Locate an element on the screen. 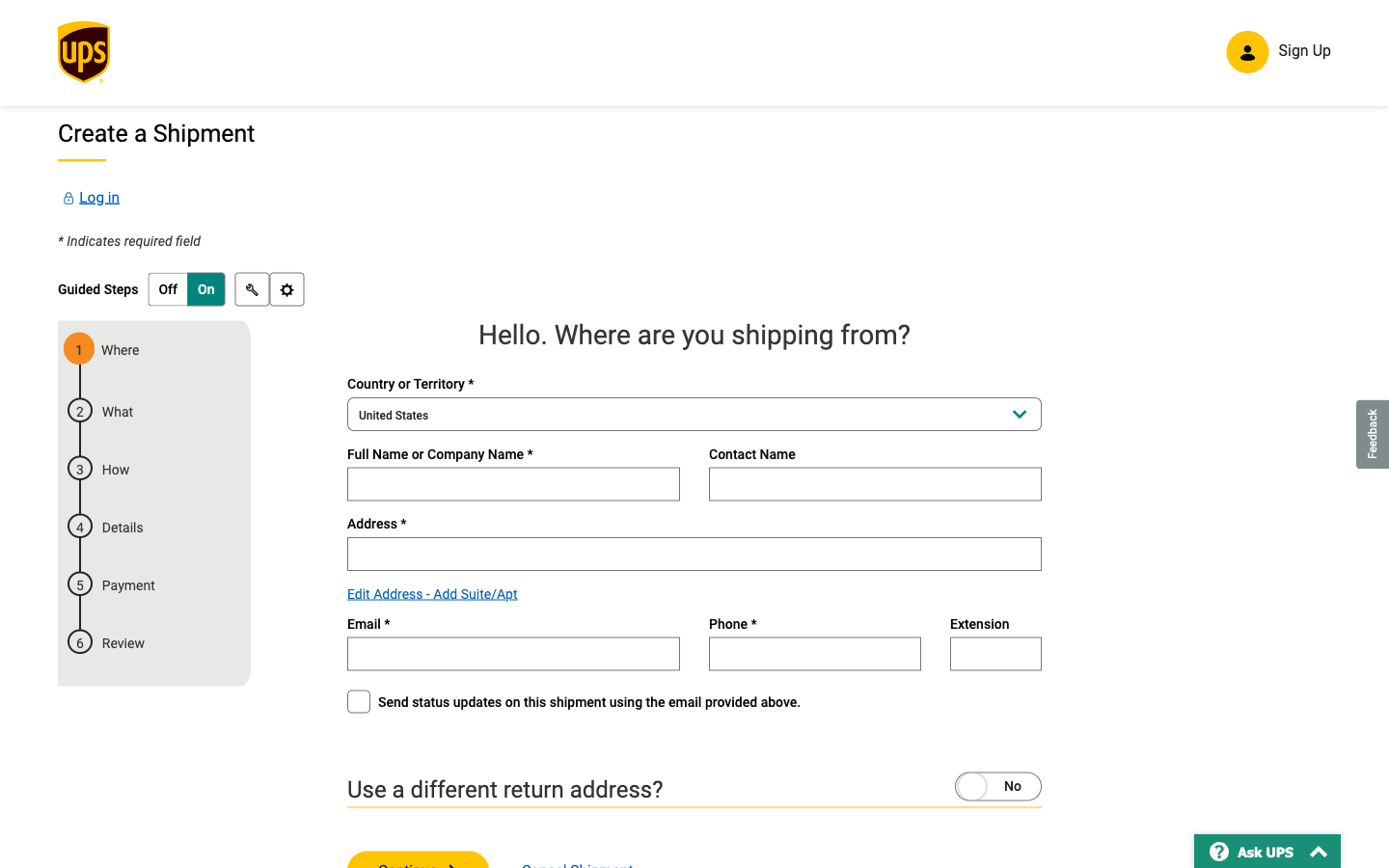 This screenshot has height=868, width=1389. a different address for return and choose to get updates for this delivery on the email given above is located at coordinates (960, 784).